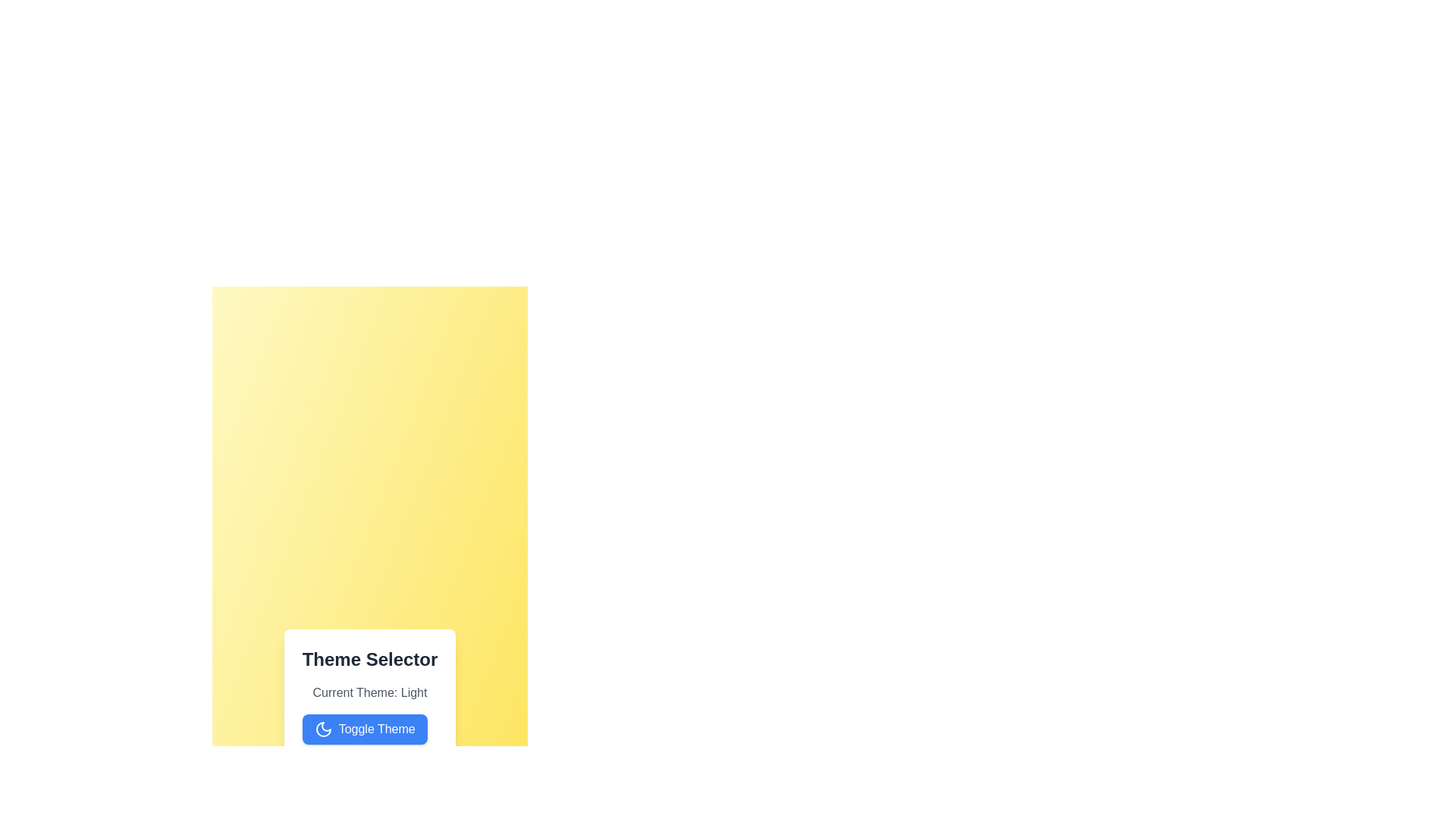 The width and height of the screenshot is (1456, 819). What do you see at coordinates (364, 728) in the screenshot?
I see `the 'Toggle Theme' button to switch the theme` at bounding box center [364, 728].